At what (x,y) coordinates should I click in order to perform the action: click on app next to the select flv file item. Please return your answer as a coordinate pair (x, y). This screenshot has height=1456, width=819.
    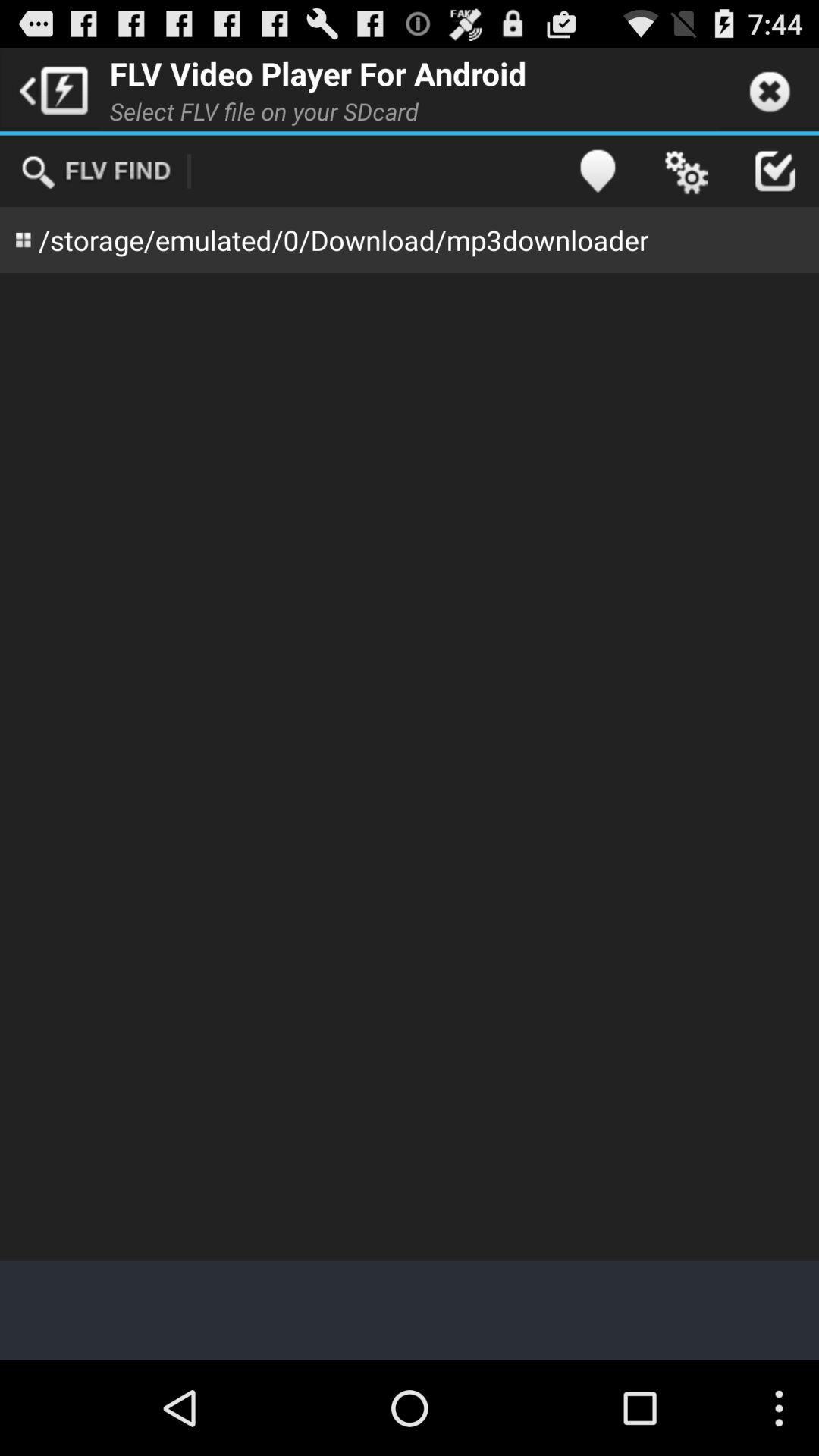
    Looking at the image, I should click on (596, 171).